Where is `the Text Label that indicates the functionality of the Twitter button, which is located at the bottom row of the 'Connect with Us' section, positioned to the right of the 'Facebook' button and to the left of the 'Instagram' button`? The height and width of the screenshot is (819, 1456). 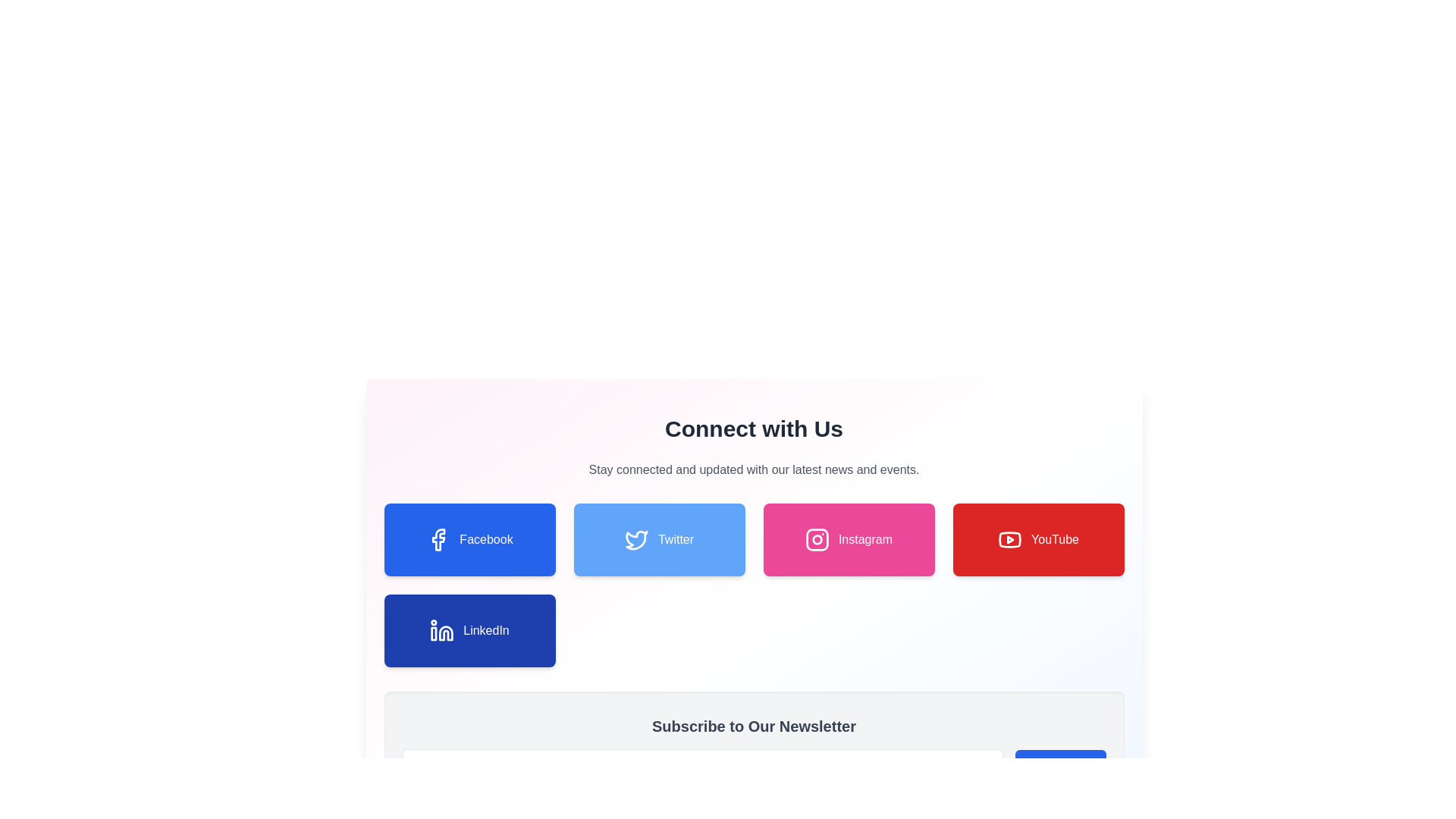 the Text Label that indicates the functionality of the Twitter button, which is located at the bottom row of the 'Connect with Us' section, positioned to the right of the 'Facebook' button and to the left of the 'Instagram' button is located at coordinates (675, 539).